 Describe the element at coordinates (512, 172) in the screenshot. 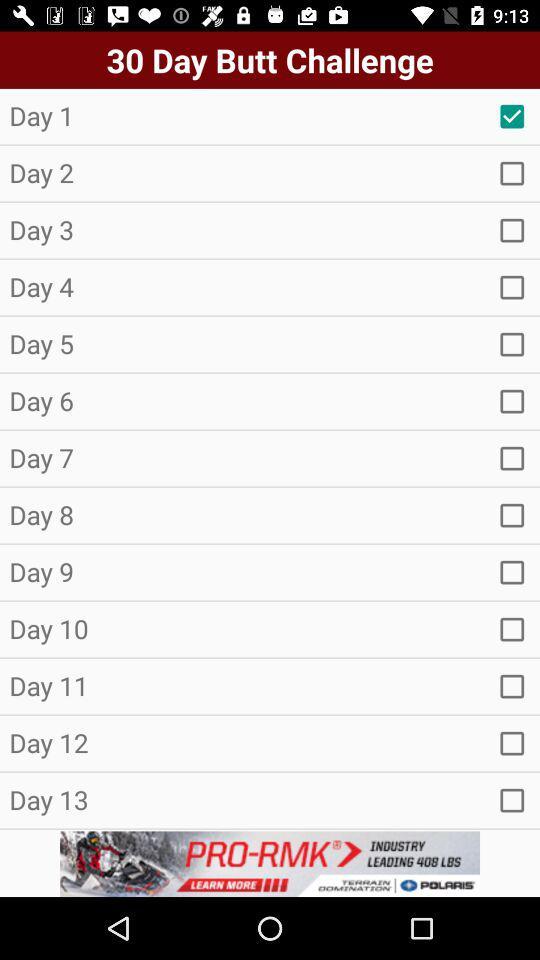

I see `day select button` at that location.